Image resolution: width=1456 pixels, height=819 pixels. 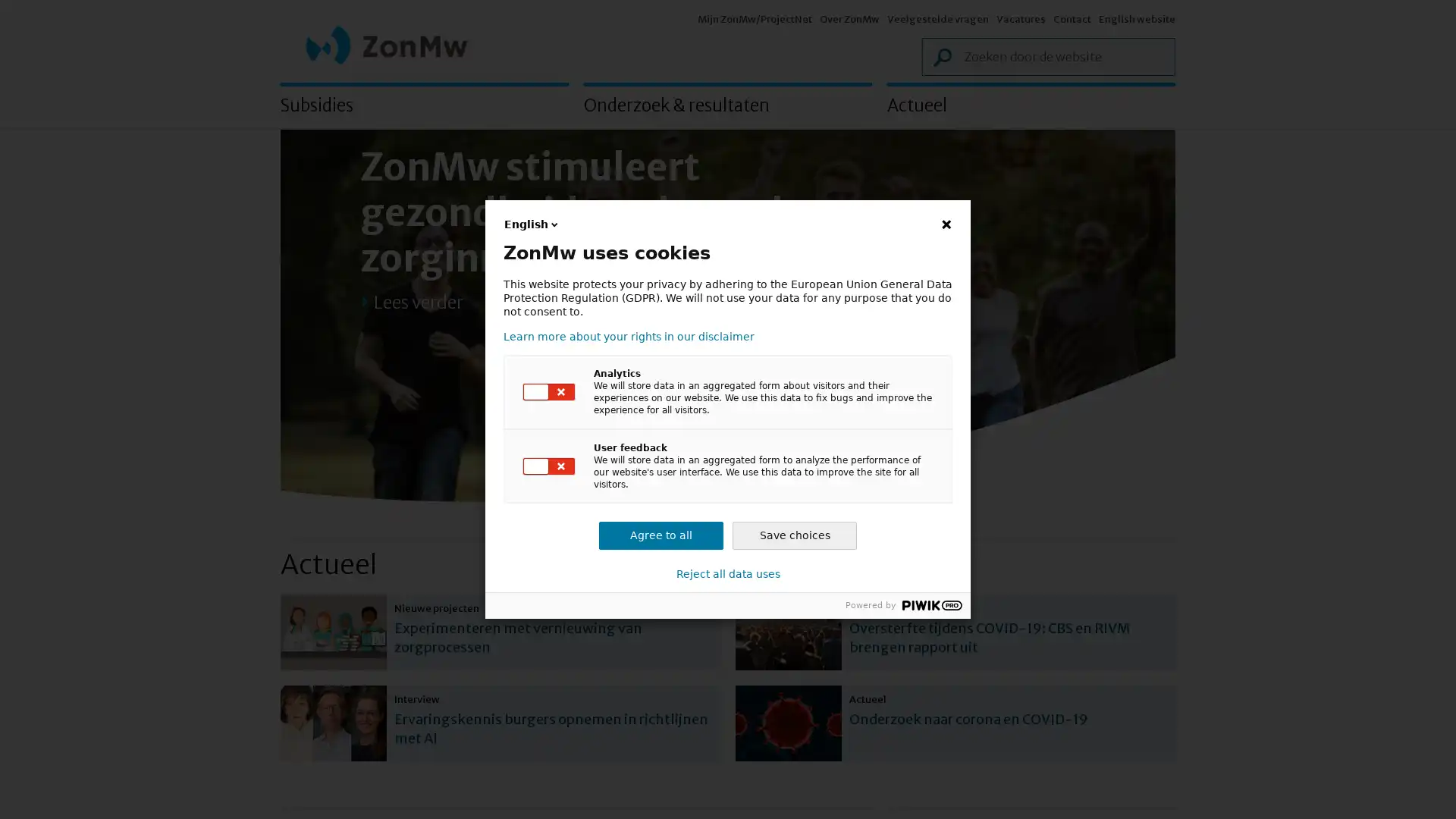 What do you see at coordinates (726, 573) in the screenshot?
I see `Reject all data uses` at bounding box center [726, 573].